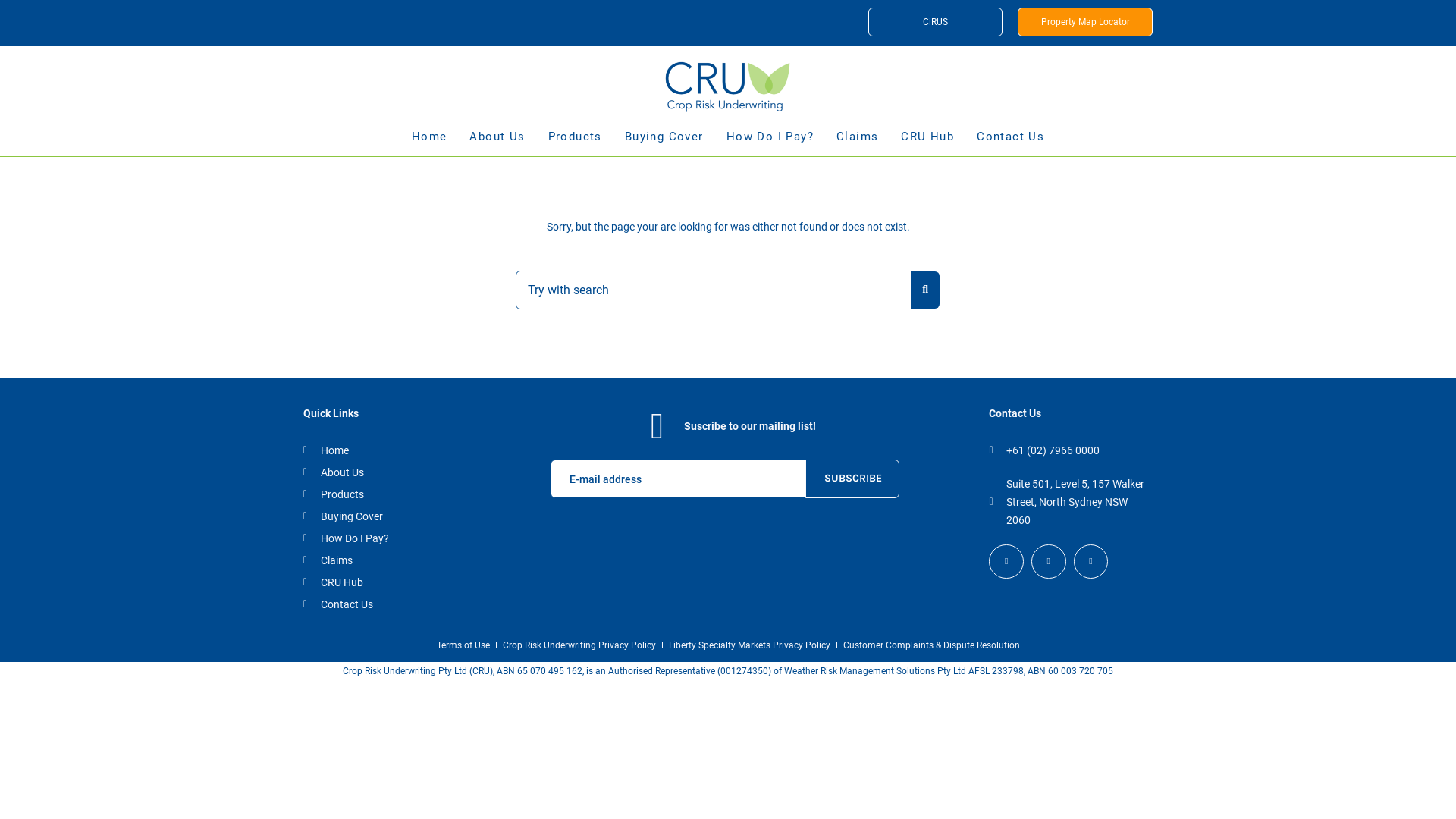 The height and width of the screenshot is (819, 1456). I want to click on 'Home', so click(303, 450).